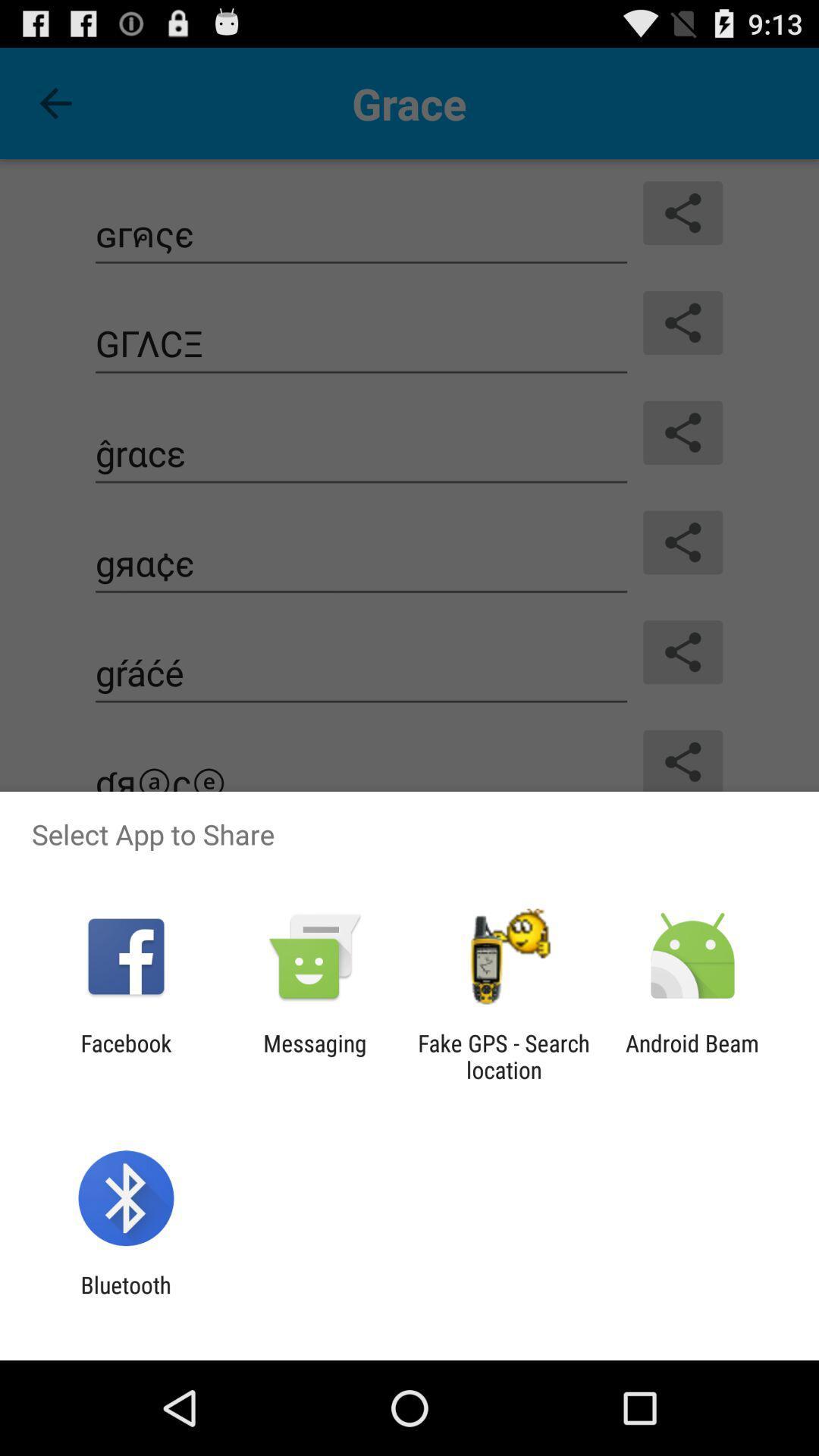  What do you see at coordinates (692, 1056) in the screenshot?
I see `the android beam app` at bounding box center [692, 1056].